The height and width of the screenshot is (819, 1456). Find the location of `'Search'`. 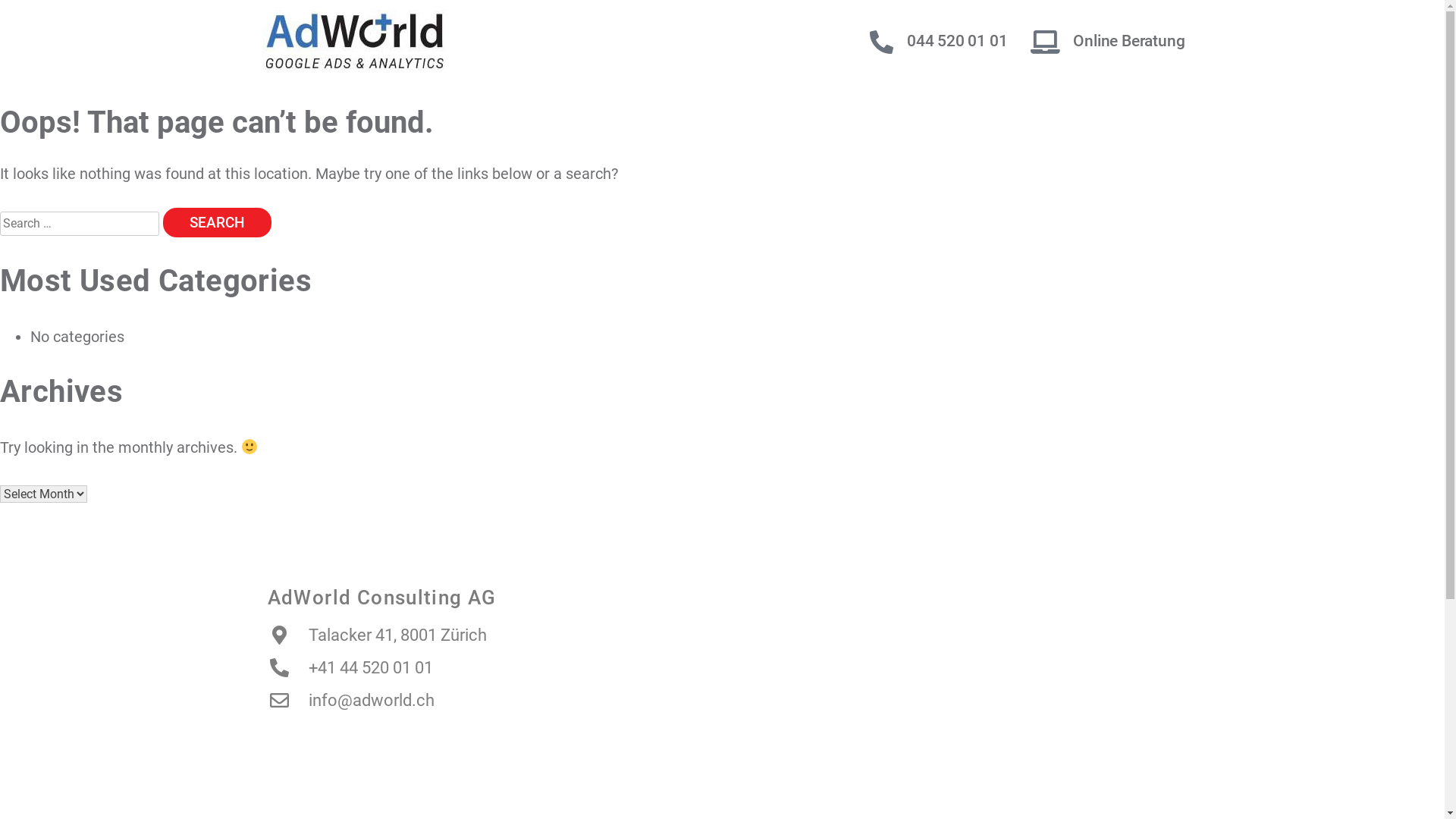

'Search' is located at coordinates (216, 222).